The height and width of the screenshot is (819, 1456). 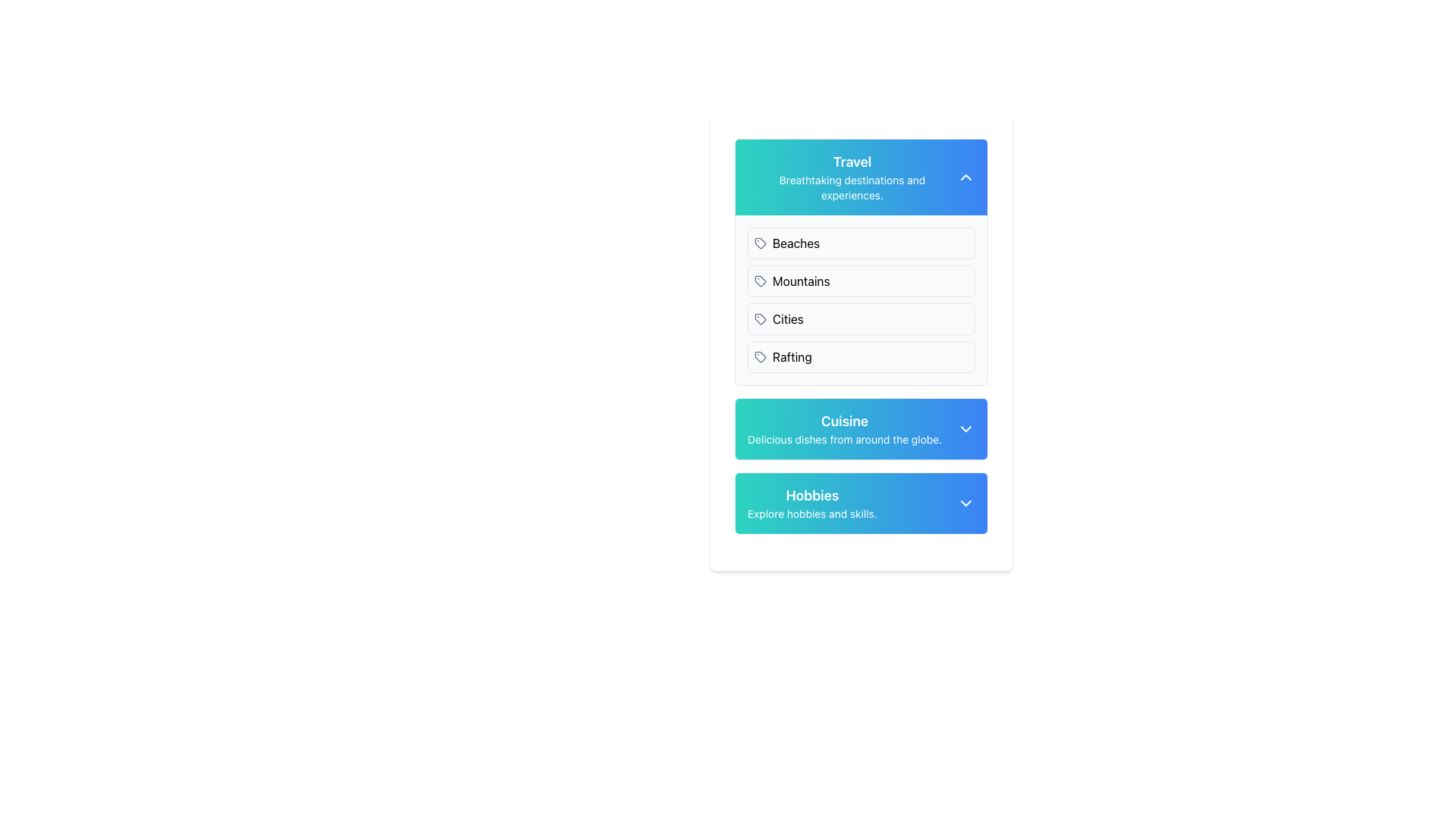 I want to click on the text label 'Rafting' within the Travel section's list item to press for additional options, so click(x=791, y=356).